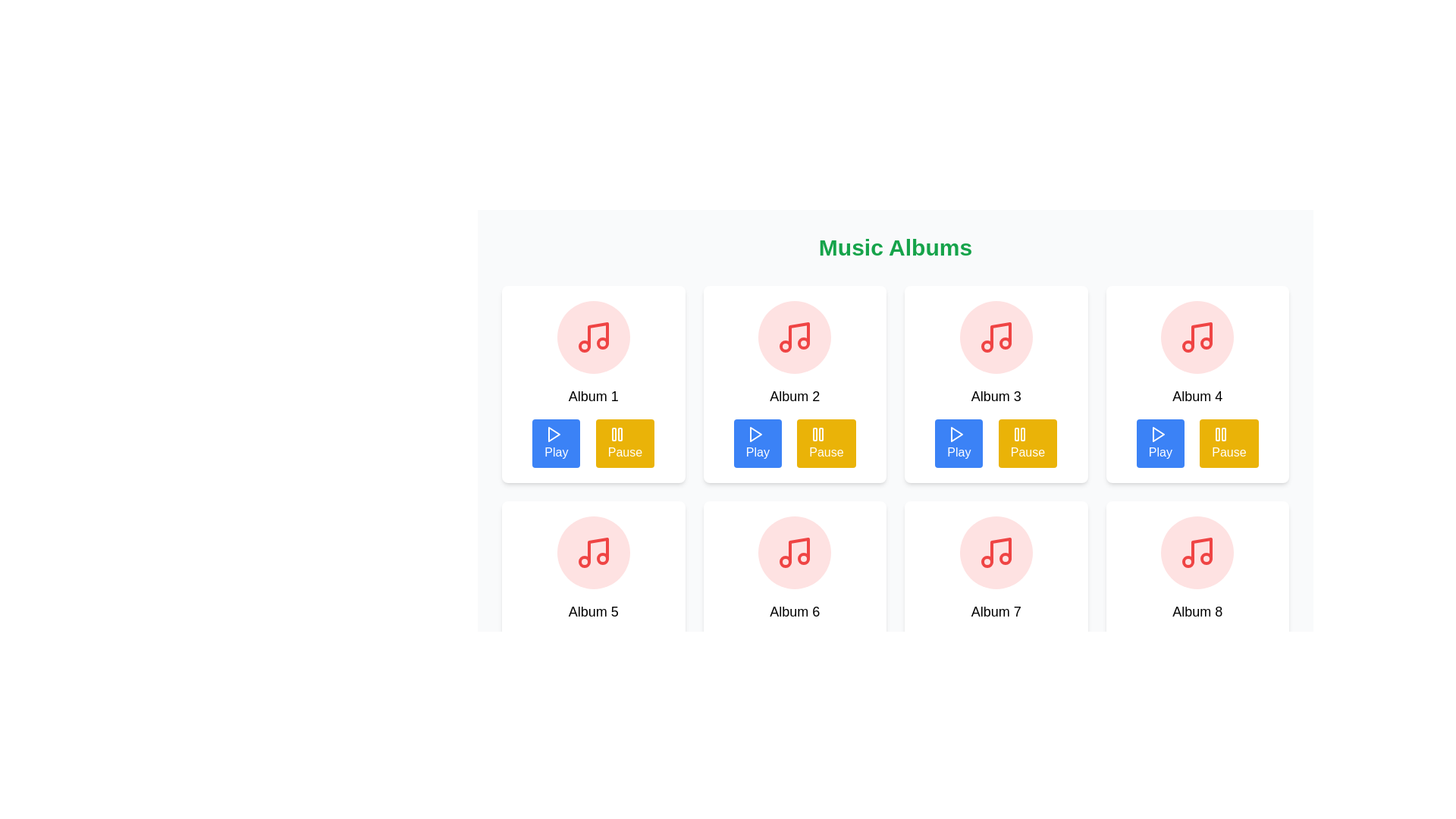 This screenshot has width=1456, height=819. Describe the element at coordinates (1224, 435) in the screenshot. I see `the rightmost vertical yellow bar of the 'Pause' button icon in the fourth album's card on the second row of the 'Music Albums' section` at that location.